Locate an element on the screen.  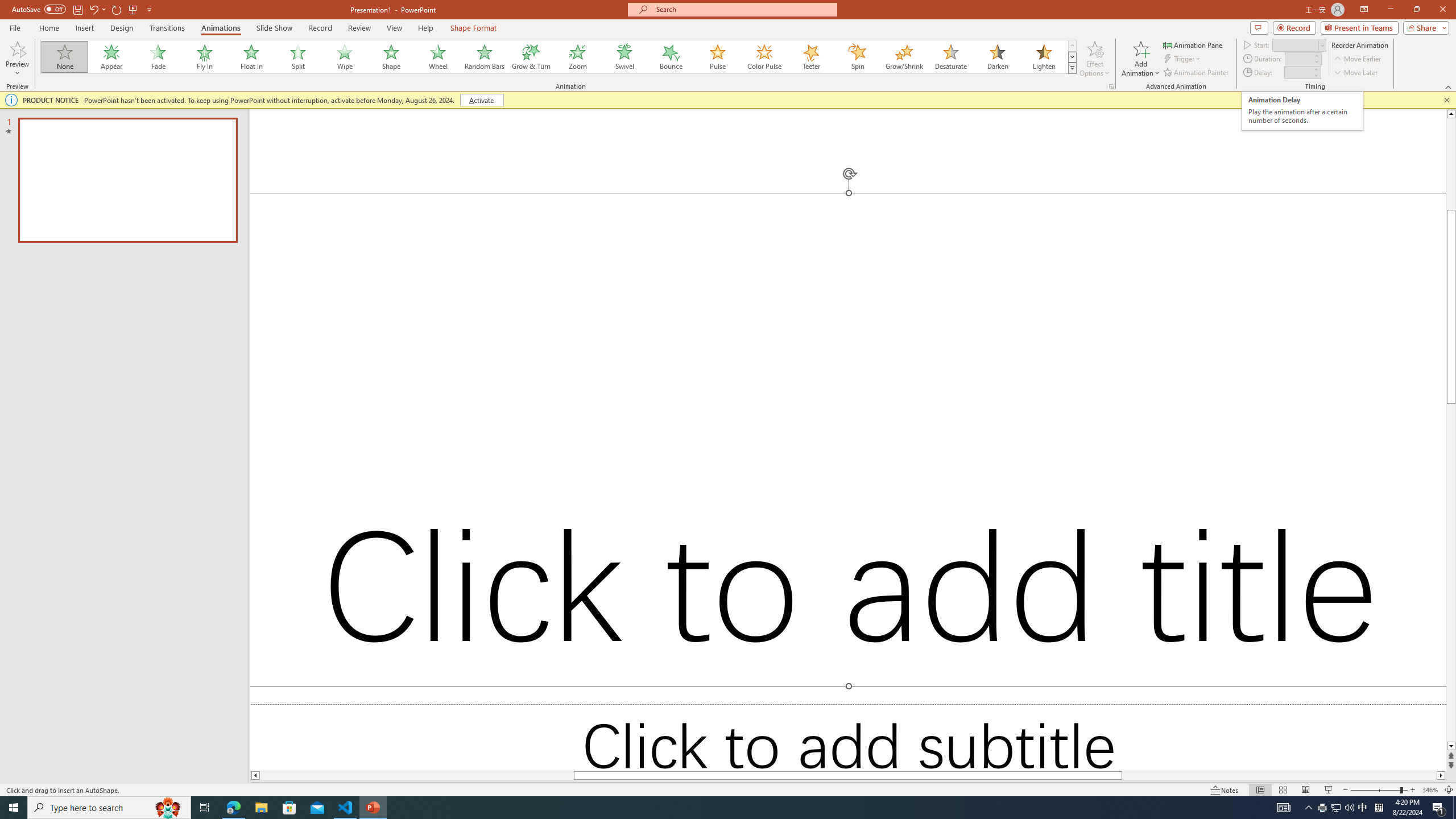
'Shape Format' is located at coordinates (473, 28).